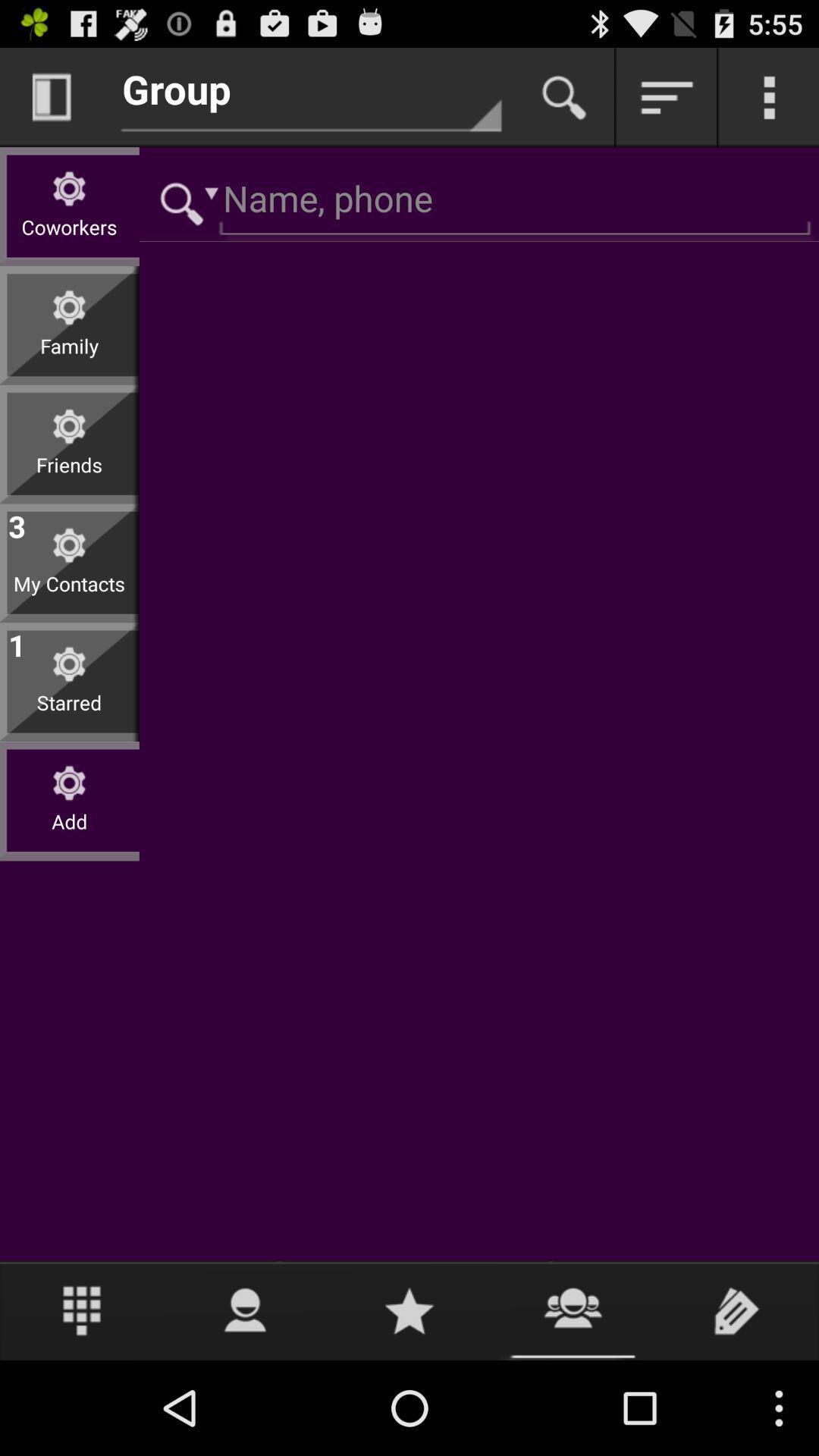  I want to click on item above 1, so click(69, 595).